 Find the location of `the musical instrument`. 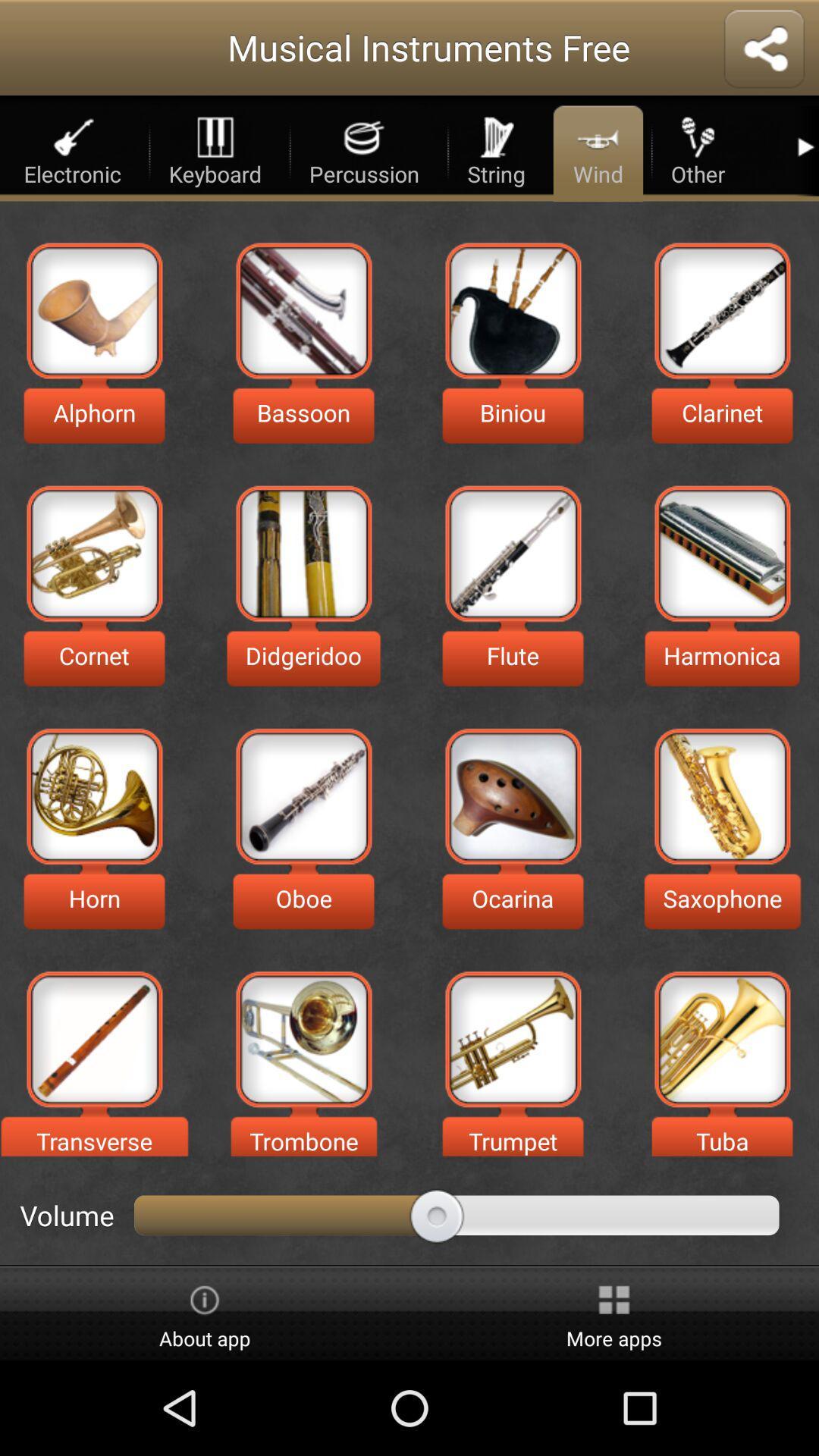

the musical instrument is located at coordinates (303, 1038).